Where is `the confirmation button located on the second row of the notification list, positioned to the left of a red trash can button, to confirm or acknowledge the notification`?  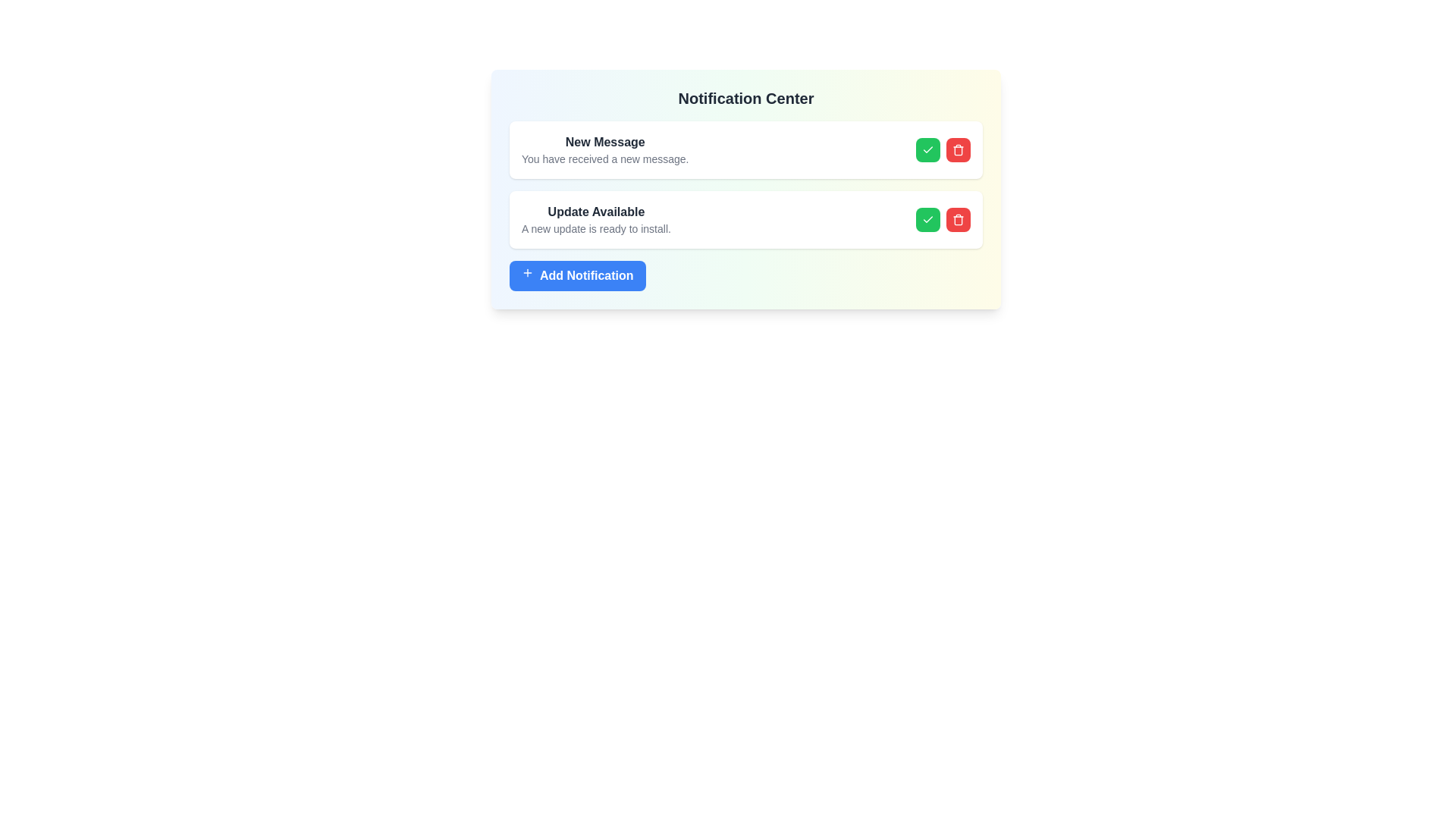 the confirmation button located on the second row of the notification list, positioned to the left of a red trash can button, to confirm or acknowledge the notification is located at coordinates (927, 219).